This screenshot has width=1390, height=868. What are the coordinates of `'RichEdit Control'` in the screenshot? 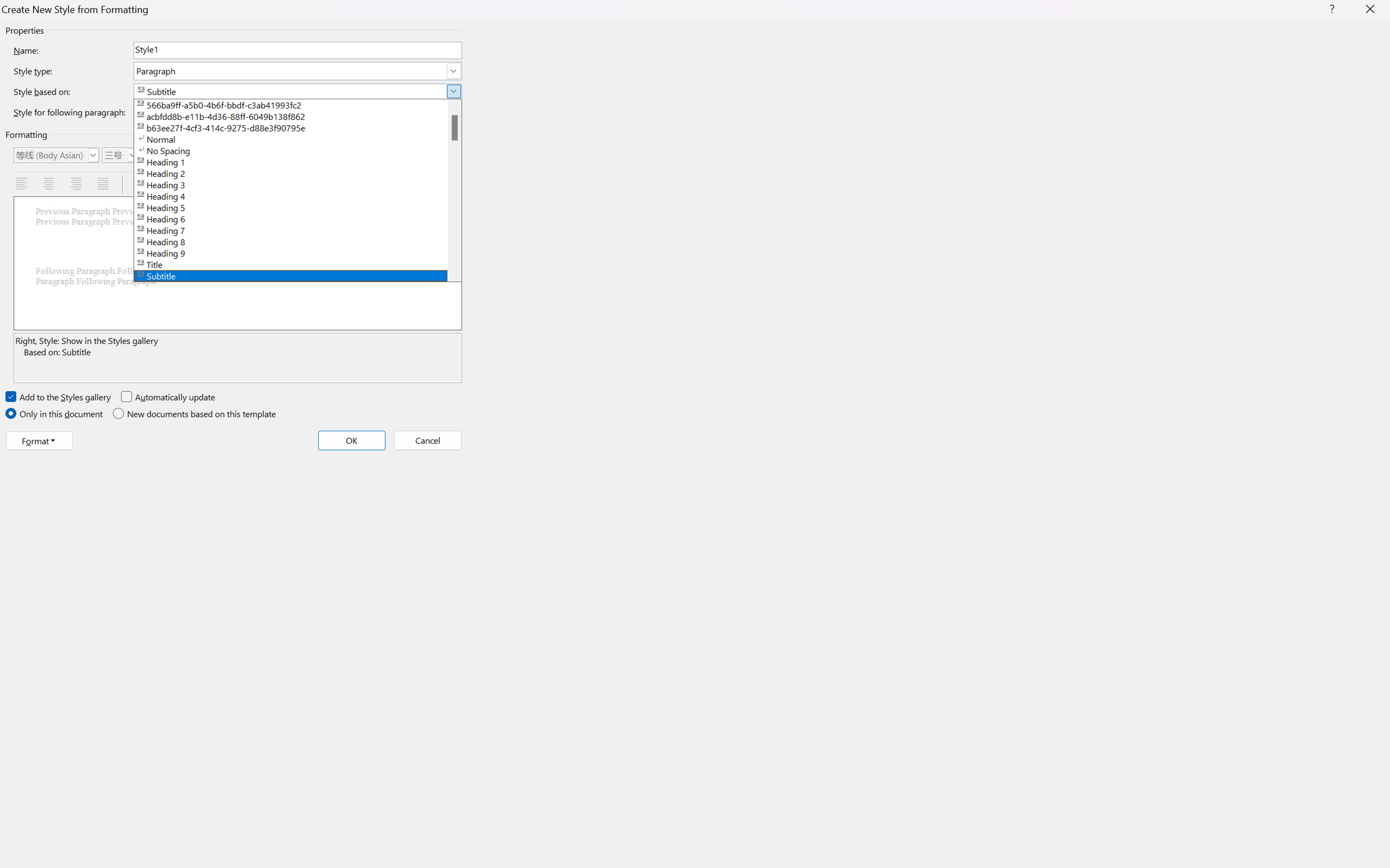 It's located at (298, 50).